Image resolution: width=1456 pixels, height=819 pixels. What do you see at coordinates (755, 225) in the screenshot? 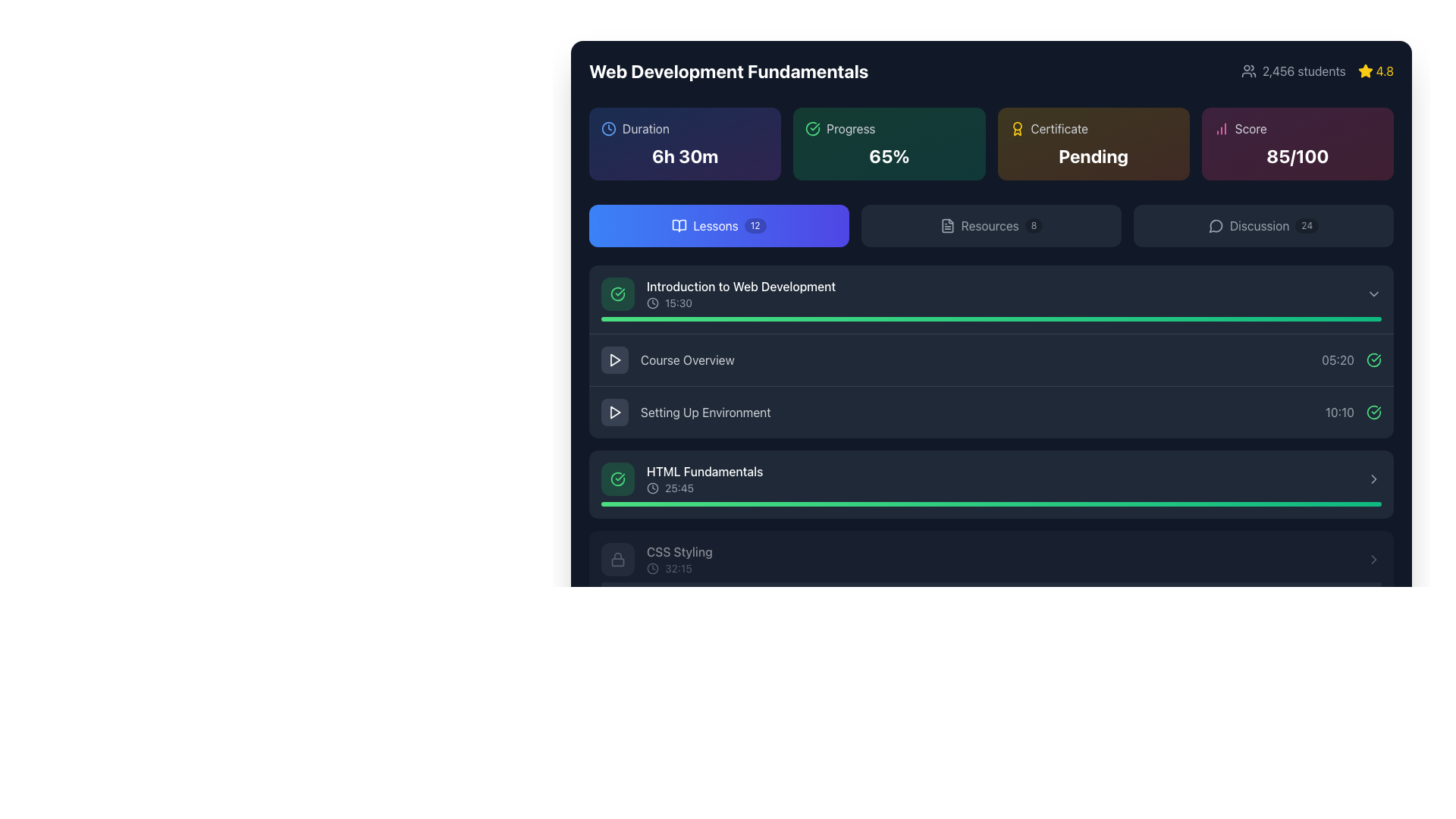
I see `the Badge element, which is a count indicator for lessons associated with a course, located on the right-hand side of the 'Lessons' button` at bounding box center [755, 225].